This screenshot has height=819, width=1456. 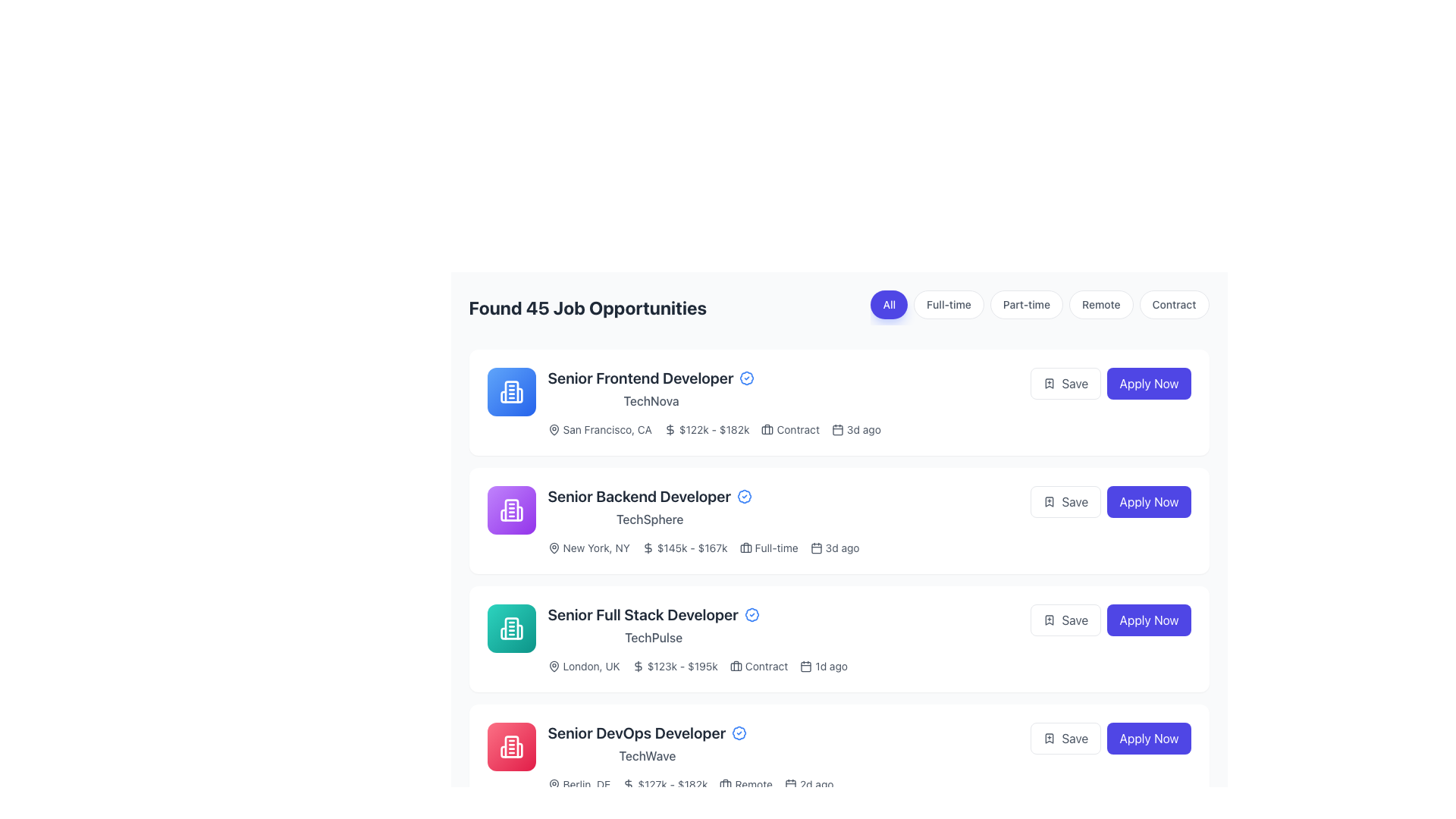 What do you see at coordinates (789, 785) in the screenshot?
I see `the calendar icon, which is part of an SVG used to indicate dates in a job posting, located near the Apply Now button and job metadata` at bounding box center [789, 785].